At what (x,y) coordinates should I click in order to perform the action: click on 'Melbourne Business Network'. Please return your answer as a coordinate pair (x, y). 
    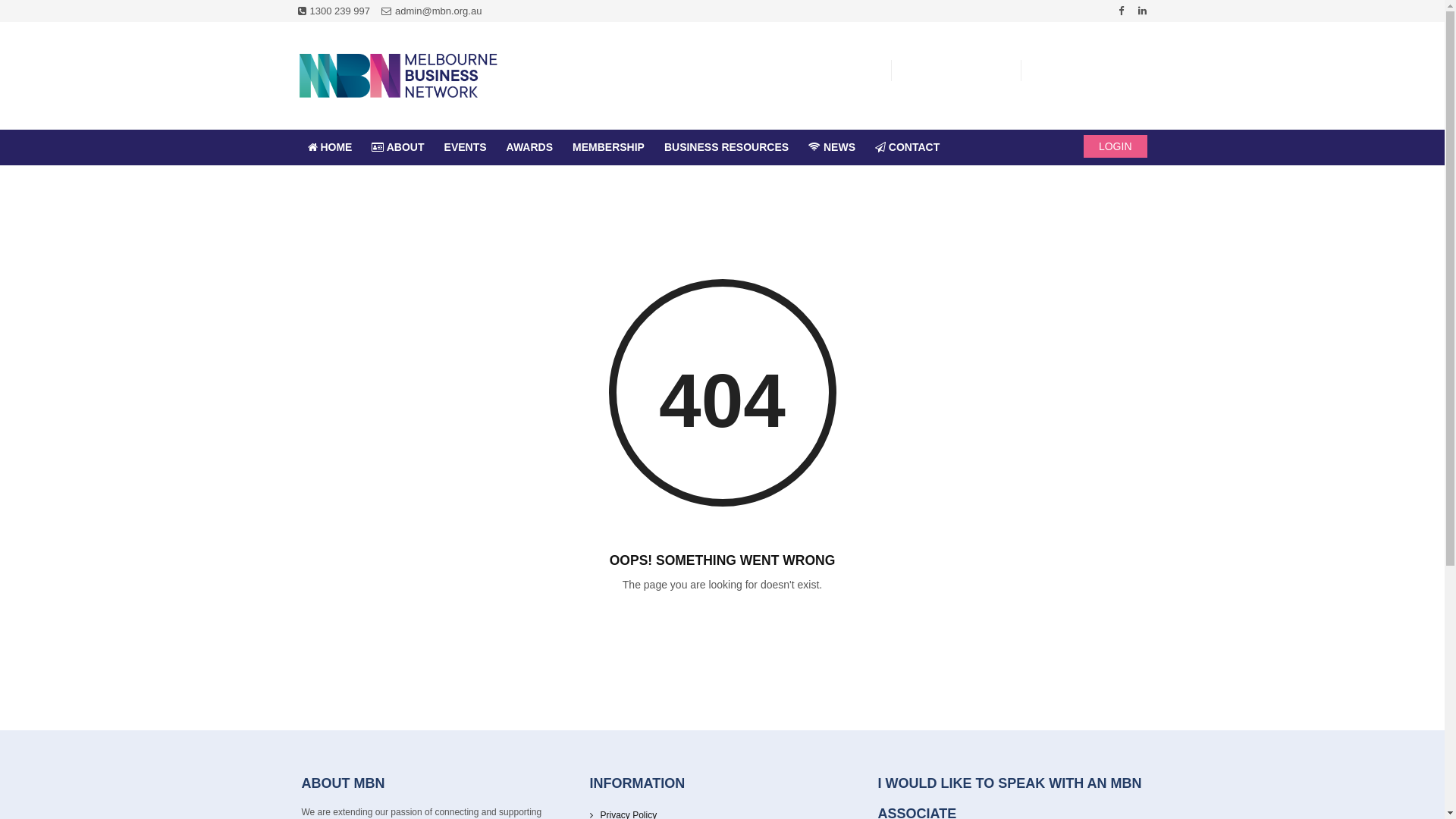
    Looking at the image, I should click on (397, 76).